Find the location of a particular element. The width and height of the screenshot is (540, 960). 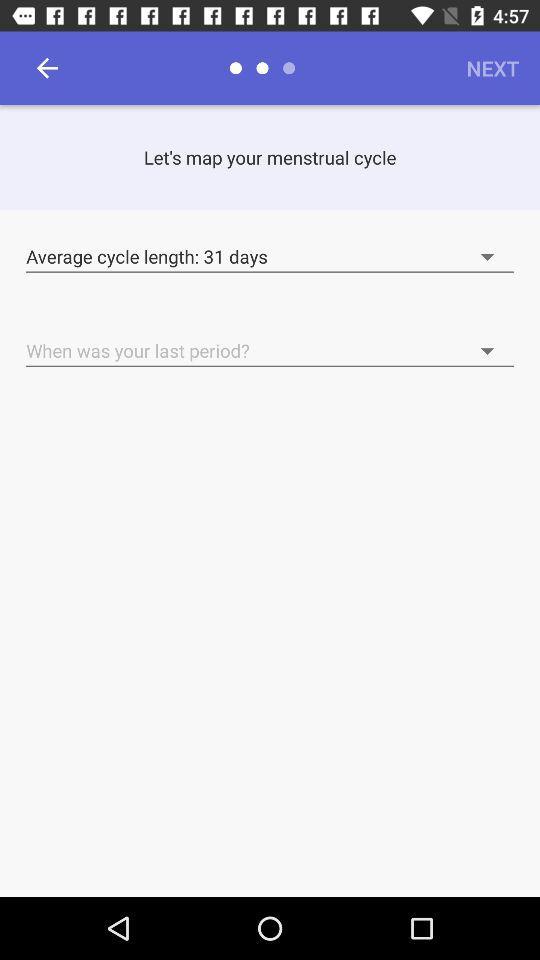

arrow symabol which is top left side is located at coordinates (47, 68).